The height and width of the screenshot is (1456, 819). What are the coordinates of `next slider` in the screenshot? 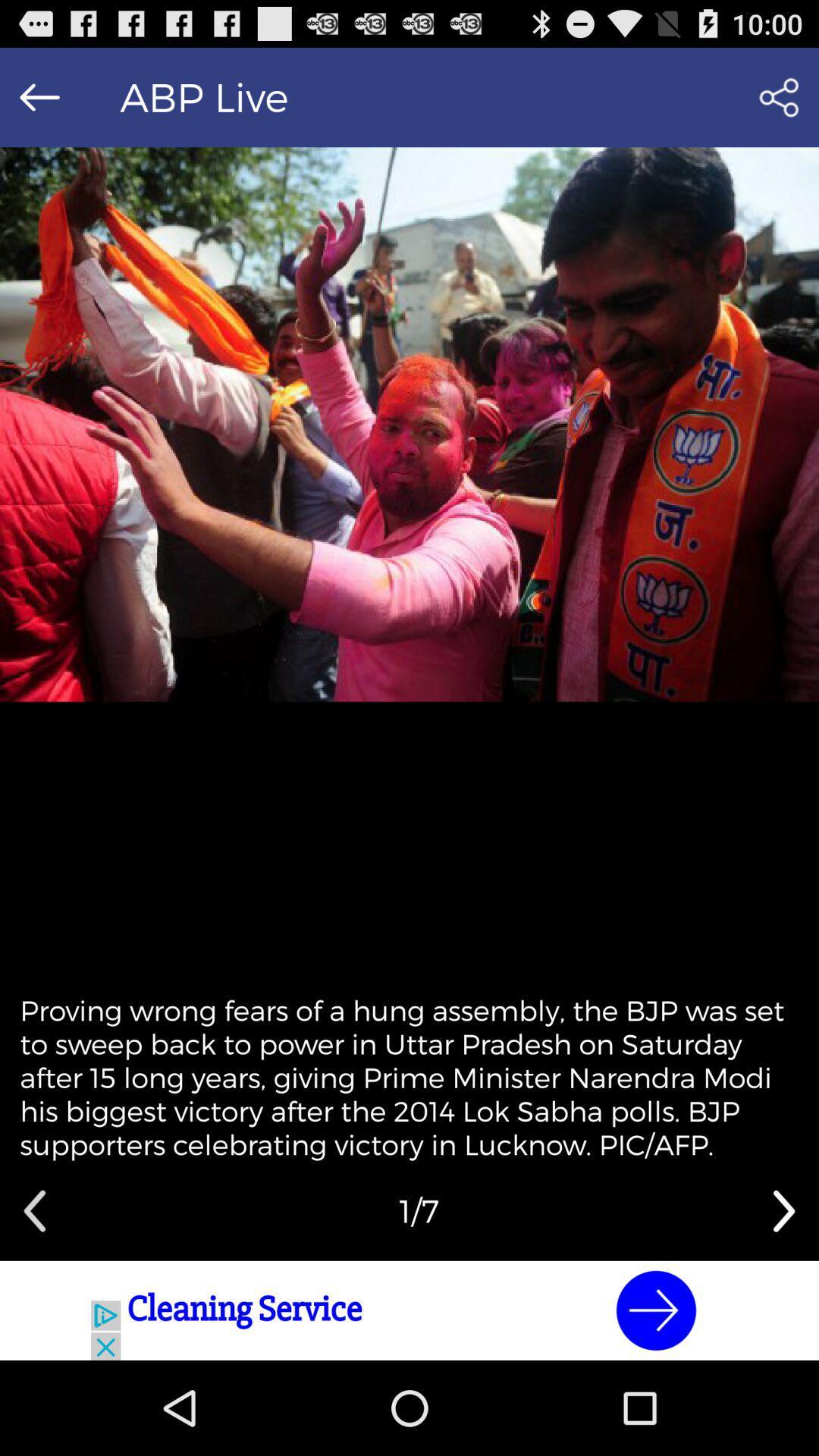 It's located at (783, 1210).